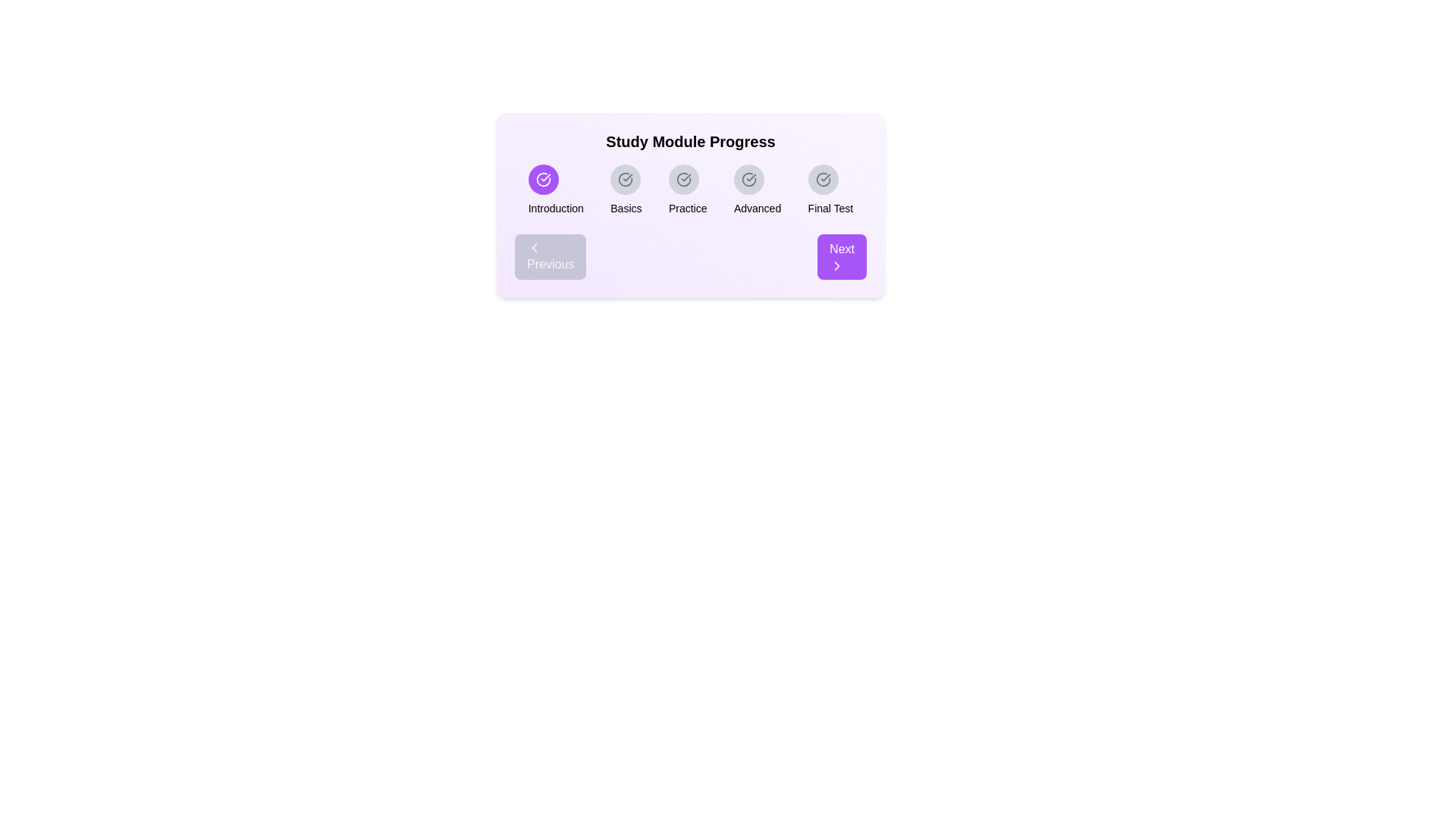 The height and width of the screenshot is (819, 1456). What do you see at coordinates (626, 189) in the screenshot?
I see `the 'Basics' label with a circular checkmark icon in the 'Study Module Progress' section` at bounding box center [626, 189].